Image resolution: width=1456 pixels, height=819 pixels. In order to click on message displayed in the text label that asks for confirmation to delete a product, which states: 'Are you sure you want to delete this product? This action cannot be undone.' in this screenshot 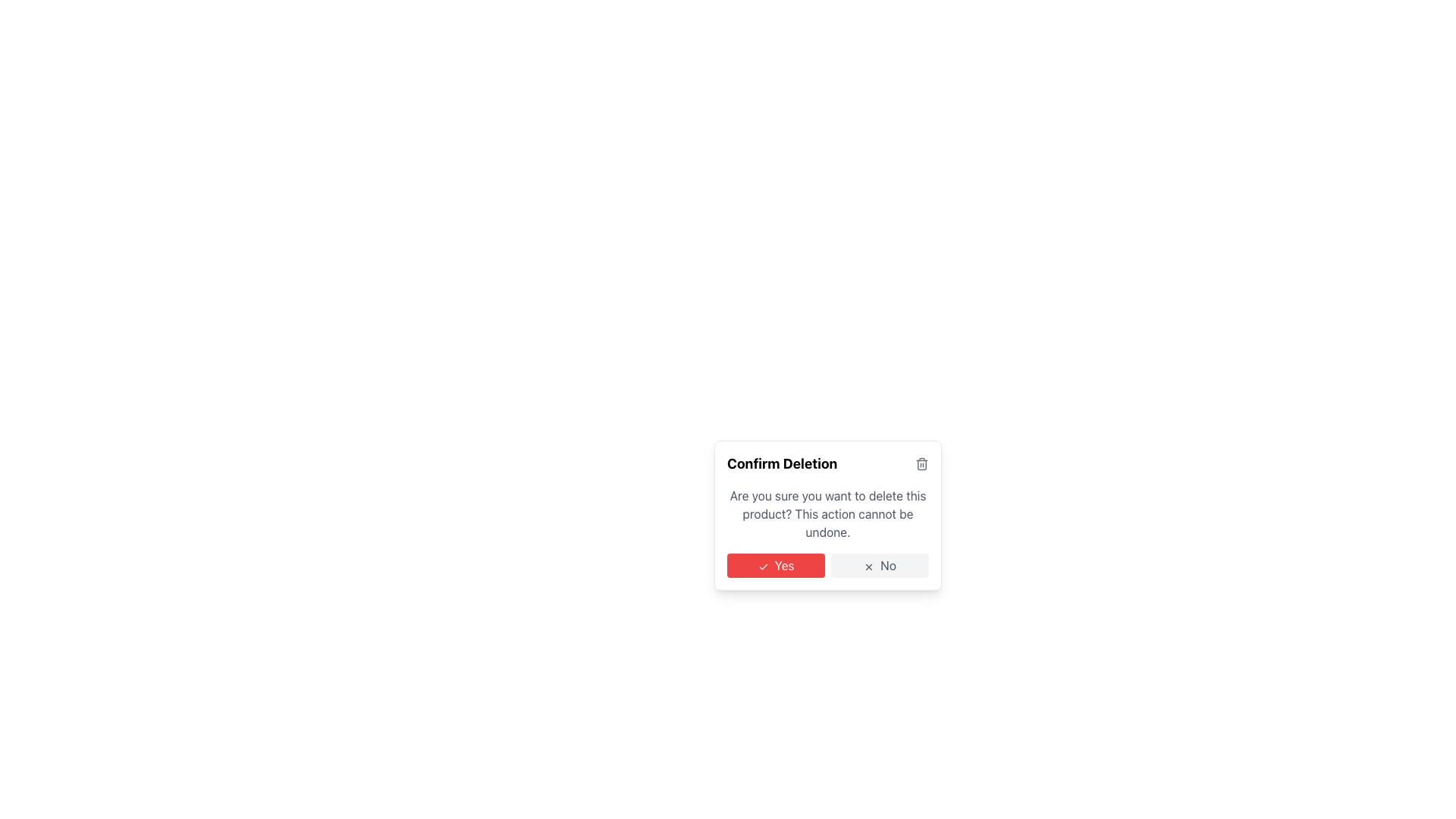, I will do `click(827, 513)`.